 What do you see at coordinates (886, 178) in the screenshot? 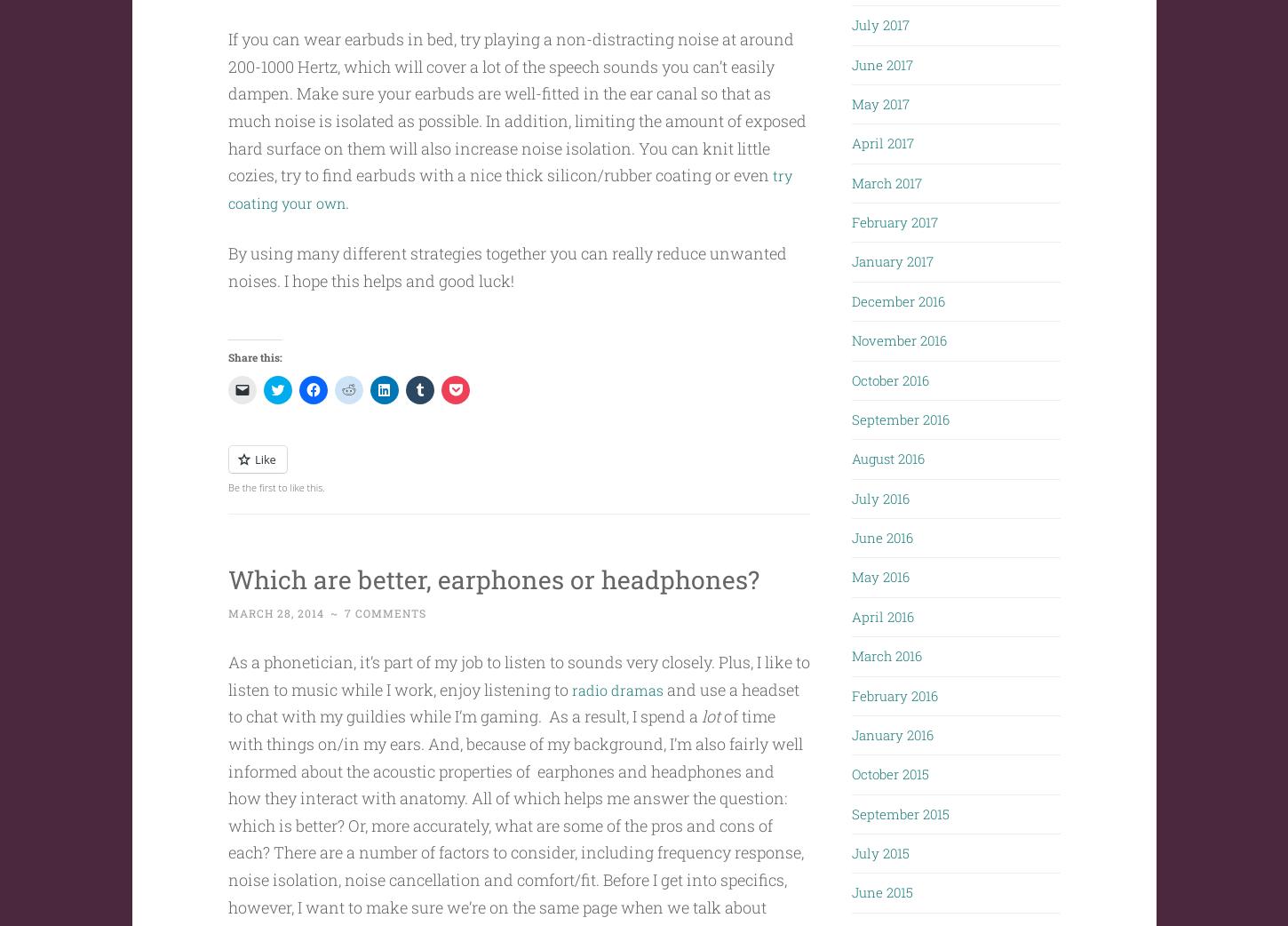
I see `'March 2017'` at bounding box center [886, 178].